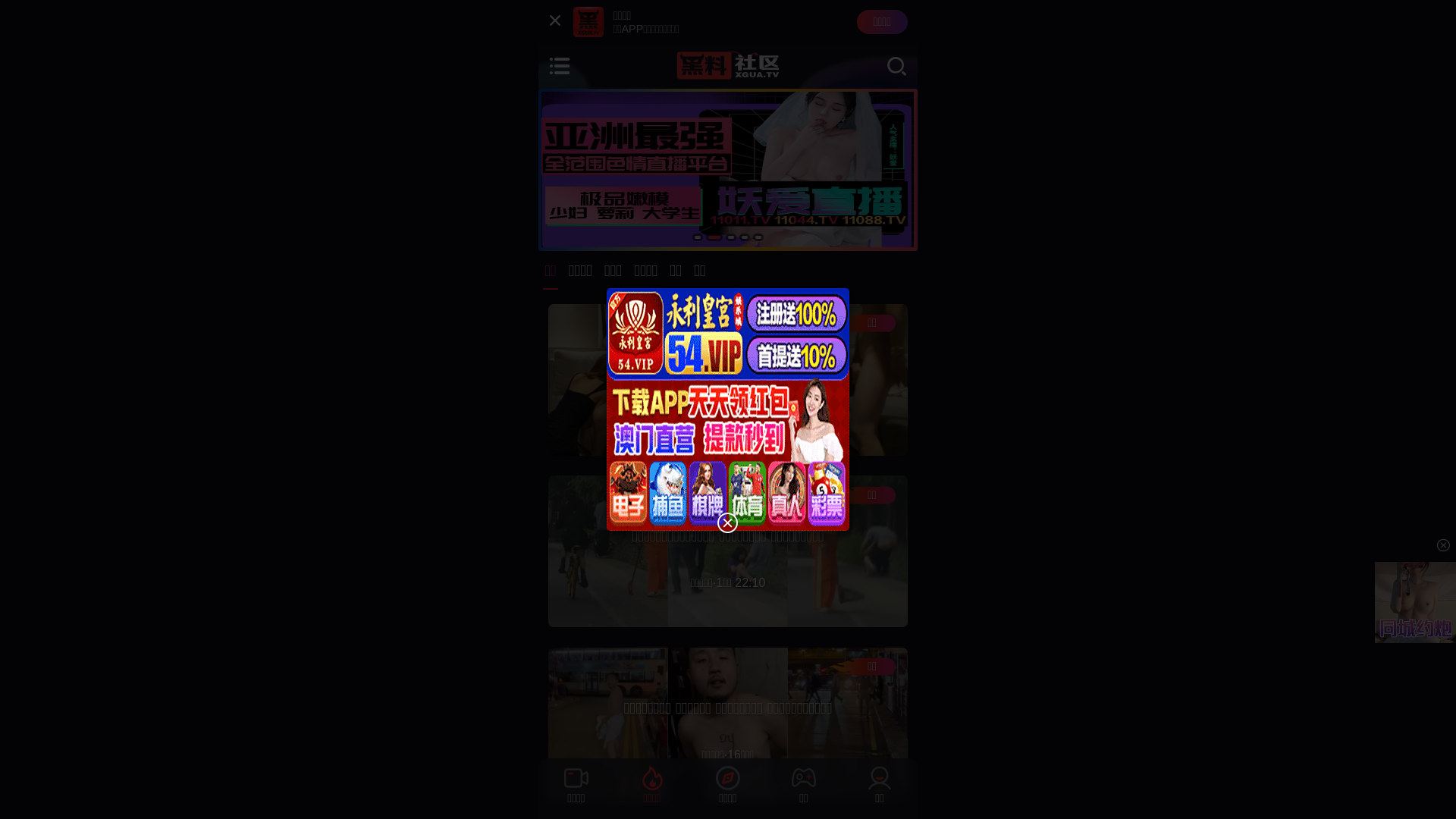  Describe the element at coordinates (758, 237) in the screenshot. I see `'5'` at that location.